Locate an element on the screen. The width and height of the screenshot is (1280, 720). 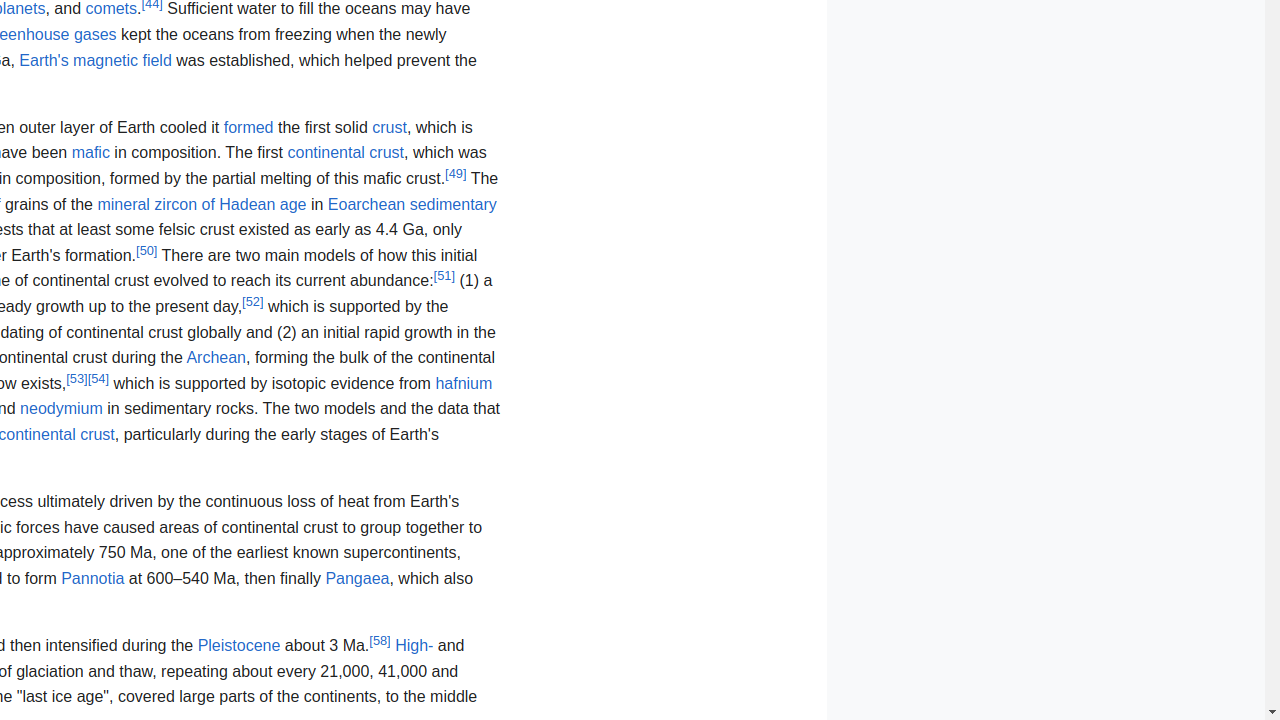
'Pleistocene' is located at coordinates (238, 645).